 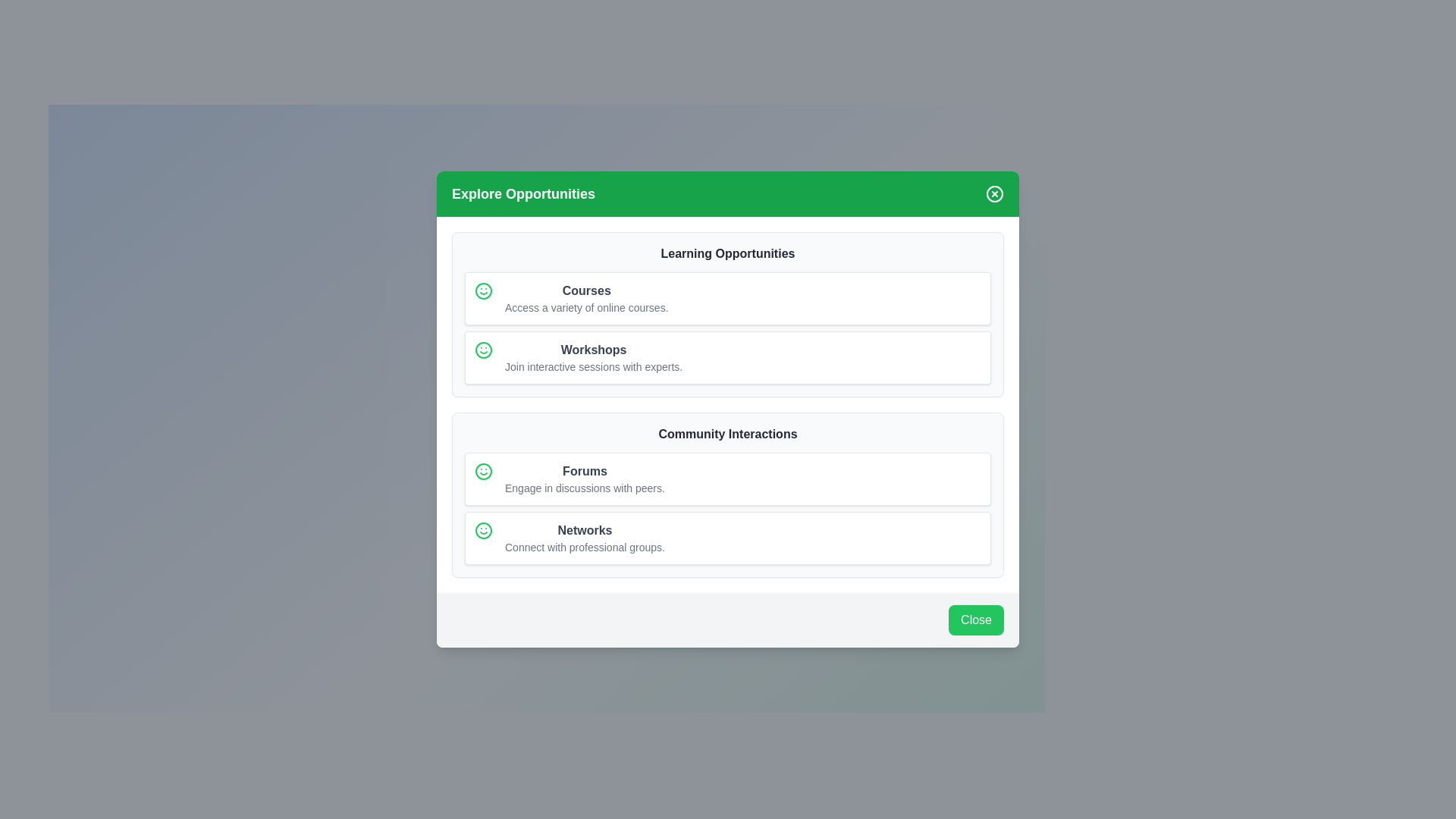 I want to click on the circular graphical component that serves as the base of the close icon located at the top-right corner of the green header strip adjacent to the 'Explore Opportunities' dialog, so click(x=994, y=193).